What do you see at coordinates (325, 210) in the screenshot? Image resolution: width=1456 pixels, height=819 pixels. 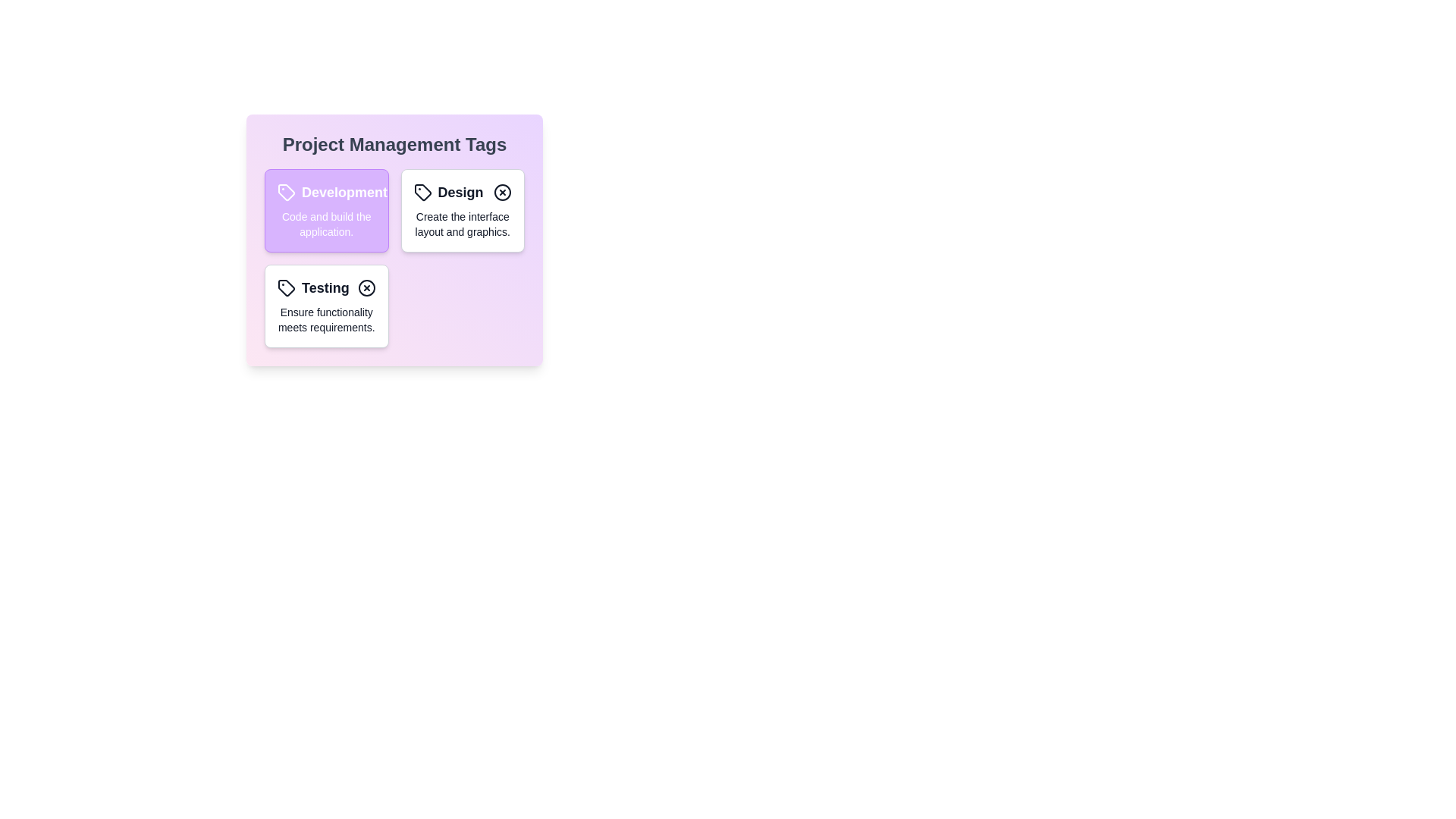 I see `the Development tag to toggle its active state` at bounding box center [325, 210].